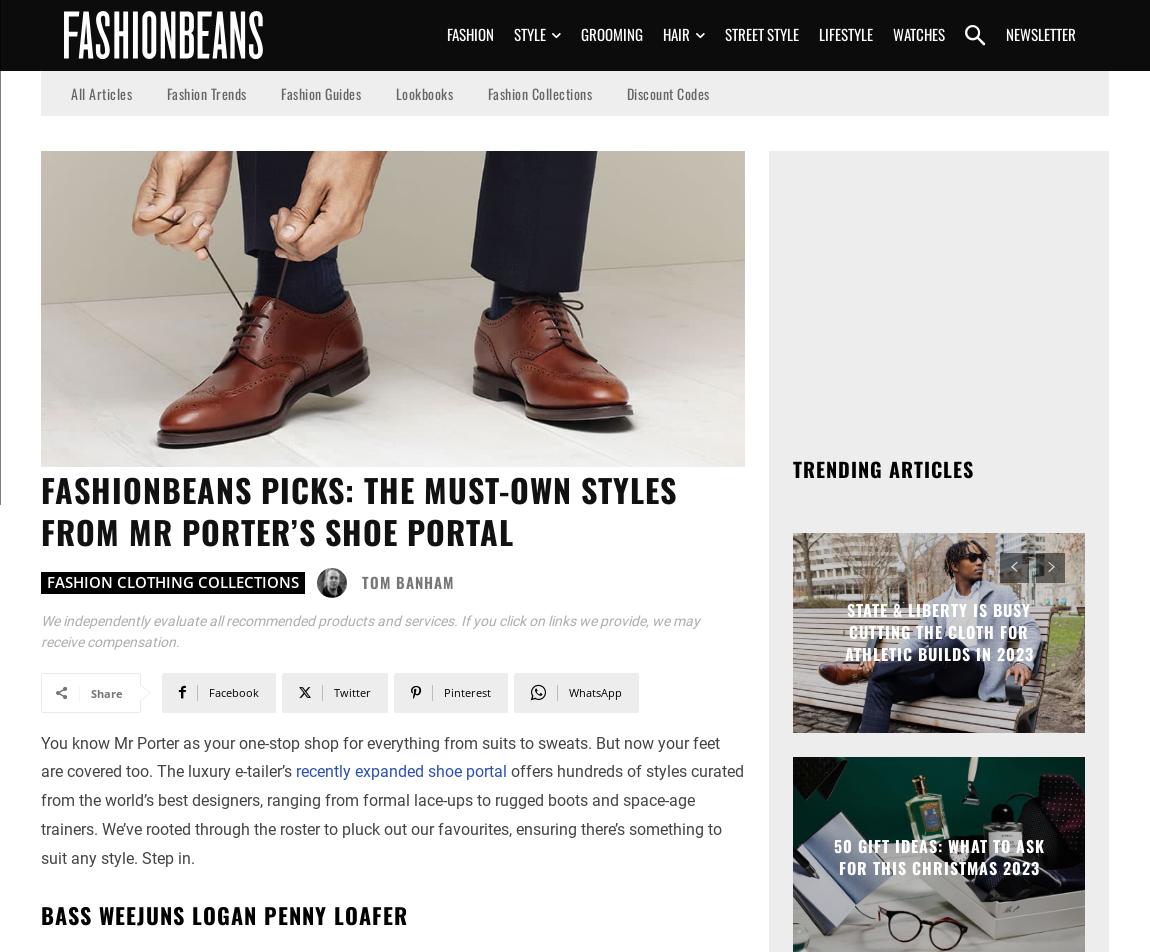 Image resolution: width=1150 pixels, height=952 pixels. Describe the element at coordinates (666, 92) in the screenshot. I see `'Discount Codes'` at that location.